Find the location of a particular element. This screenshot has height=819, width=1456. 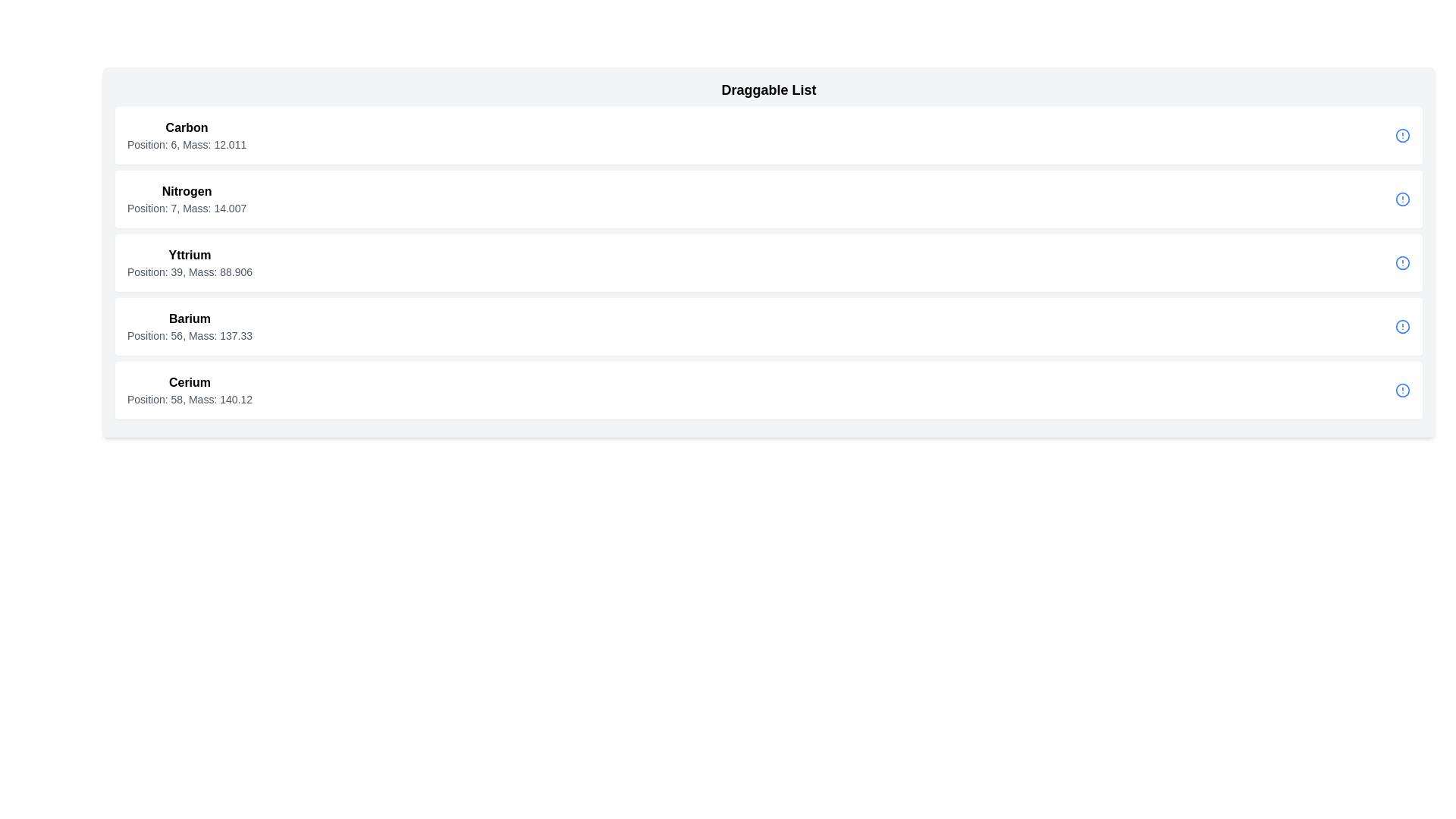

the icon on the far right side of the row associated with 'Yttrium', which serves as an indicator or button for additional information or warnings is located at coordinates (1401, 262).